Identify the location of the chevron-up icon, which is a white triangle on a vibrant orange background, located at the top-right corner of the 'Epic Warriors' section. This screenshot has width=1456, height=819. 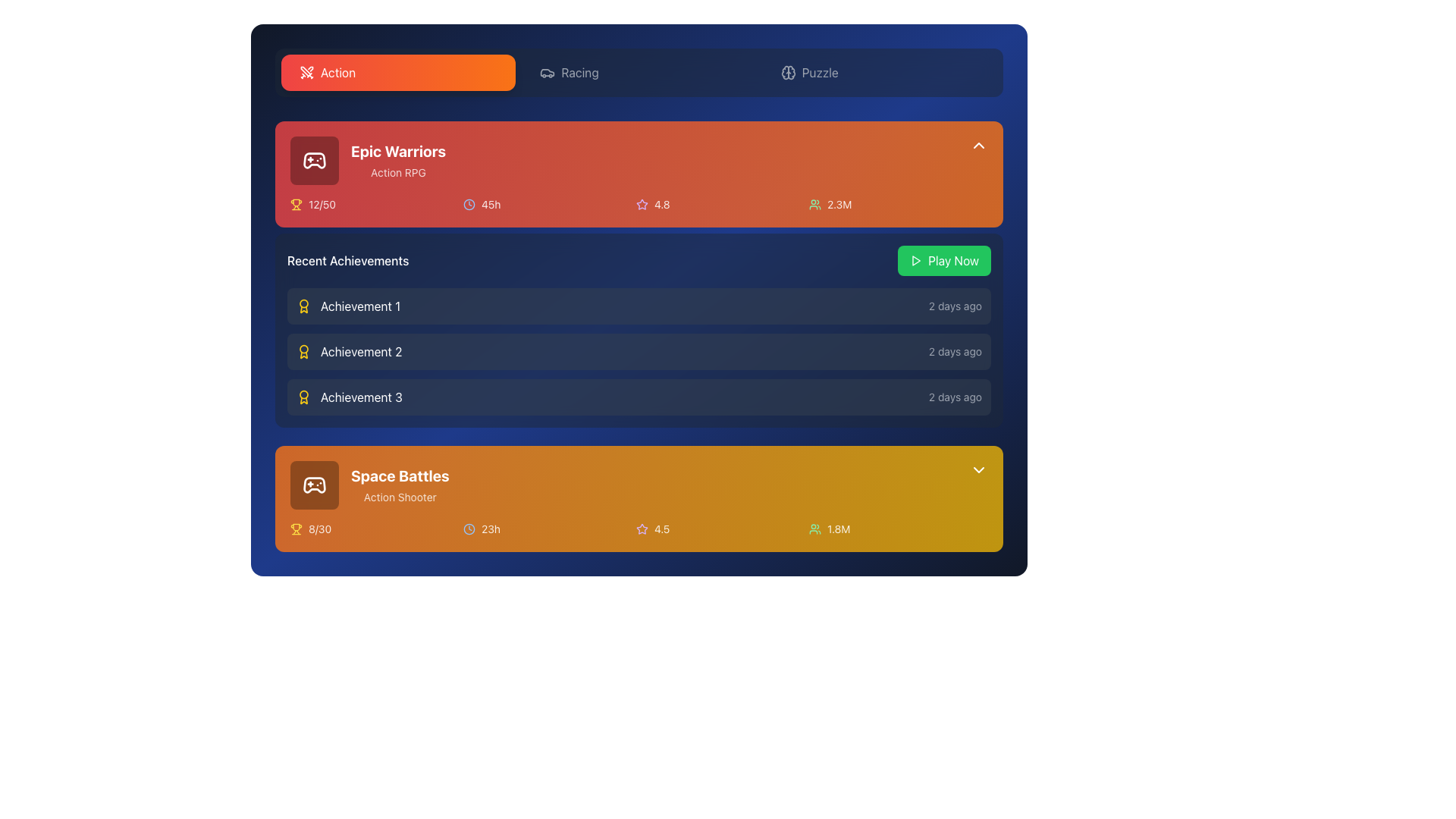
(979, 146).